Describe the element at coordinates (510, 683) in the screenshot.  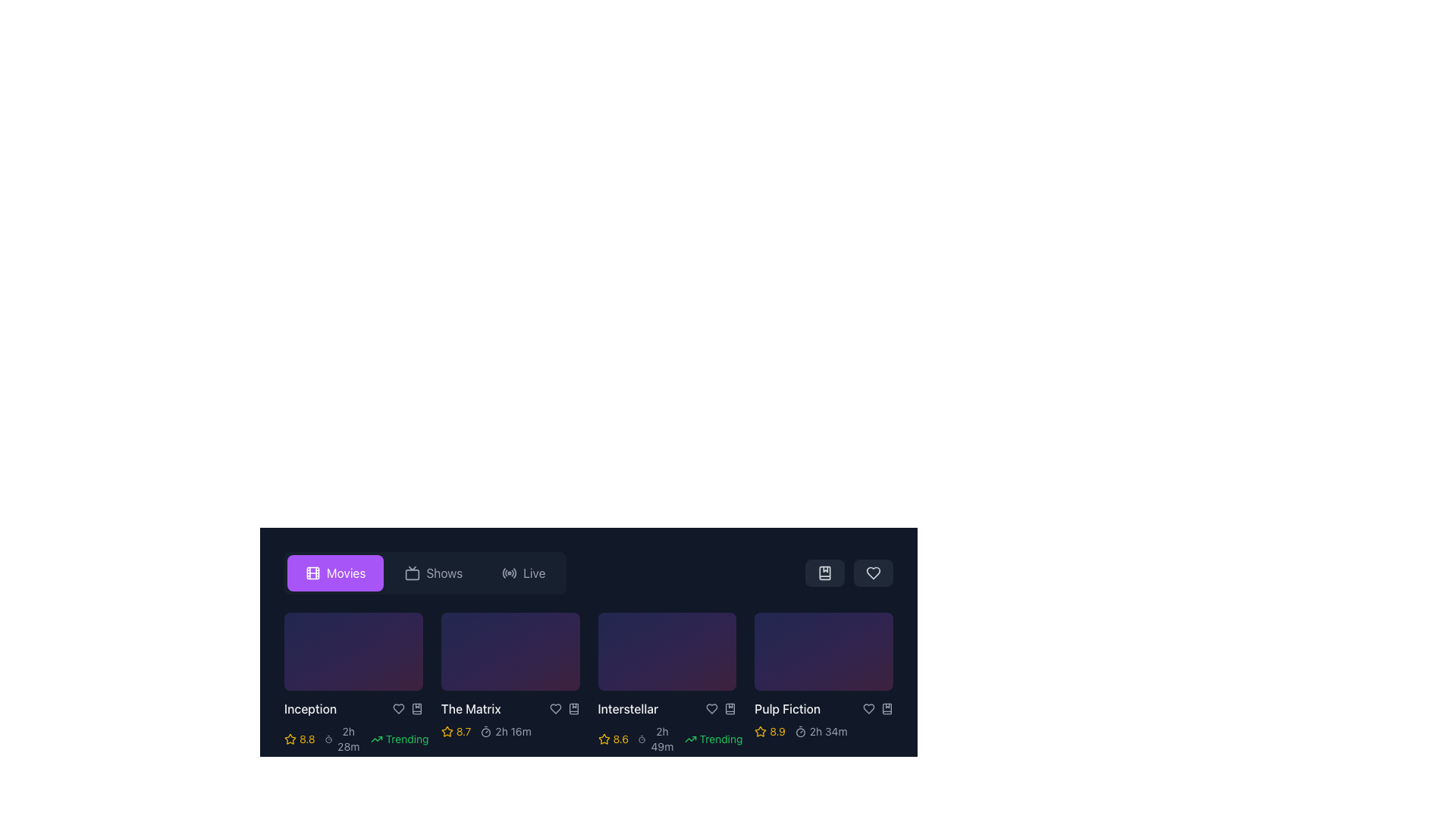
I see `the Movie card component representing the movie item in the grid interface` at that location.